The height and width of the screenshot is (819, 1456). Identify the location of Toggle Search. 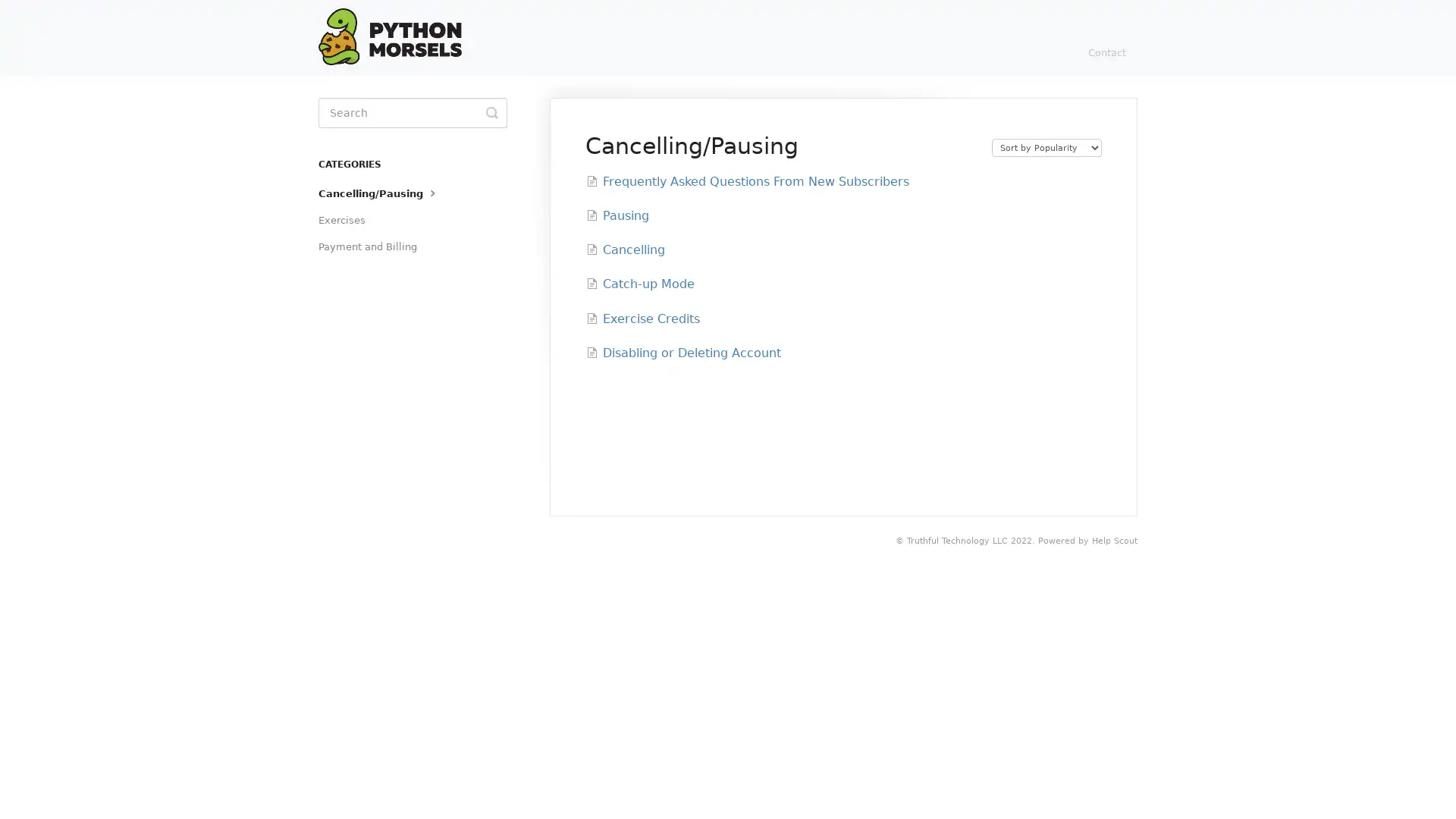
(491, 112).